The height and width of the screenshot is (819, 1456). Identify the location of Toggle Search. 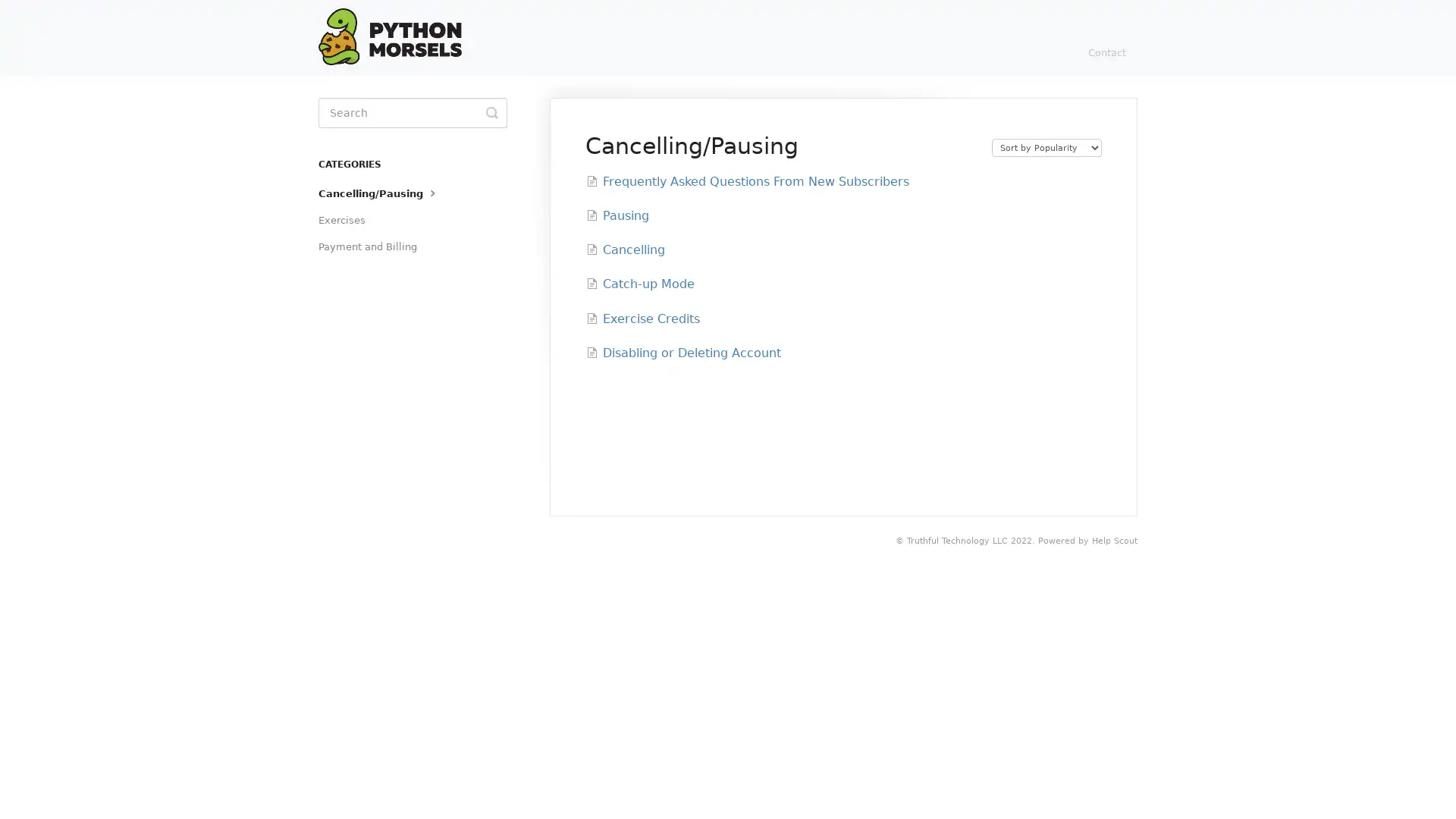
(491, 112).